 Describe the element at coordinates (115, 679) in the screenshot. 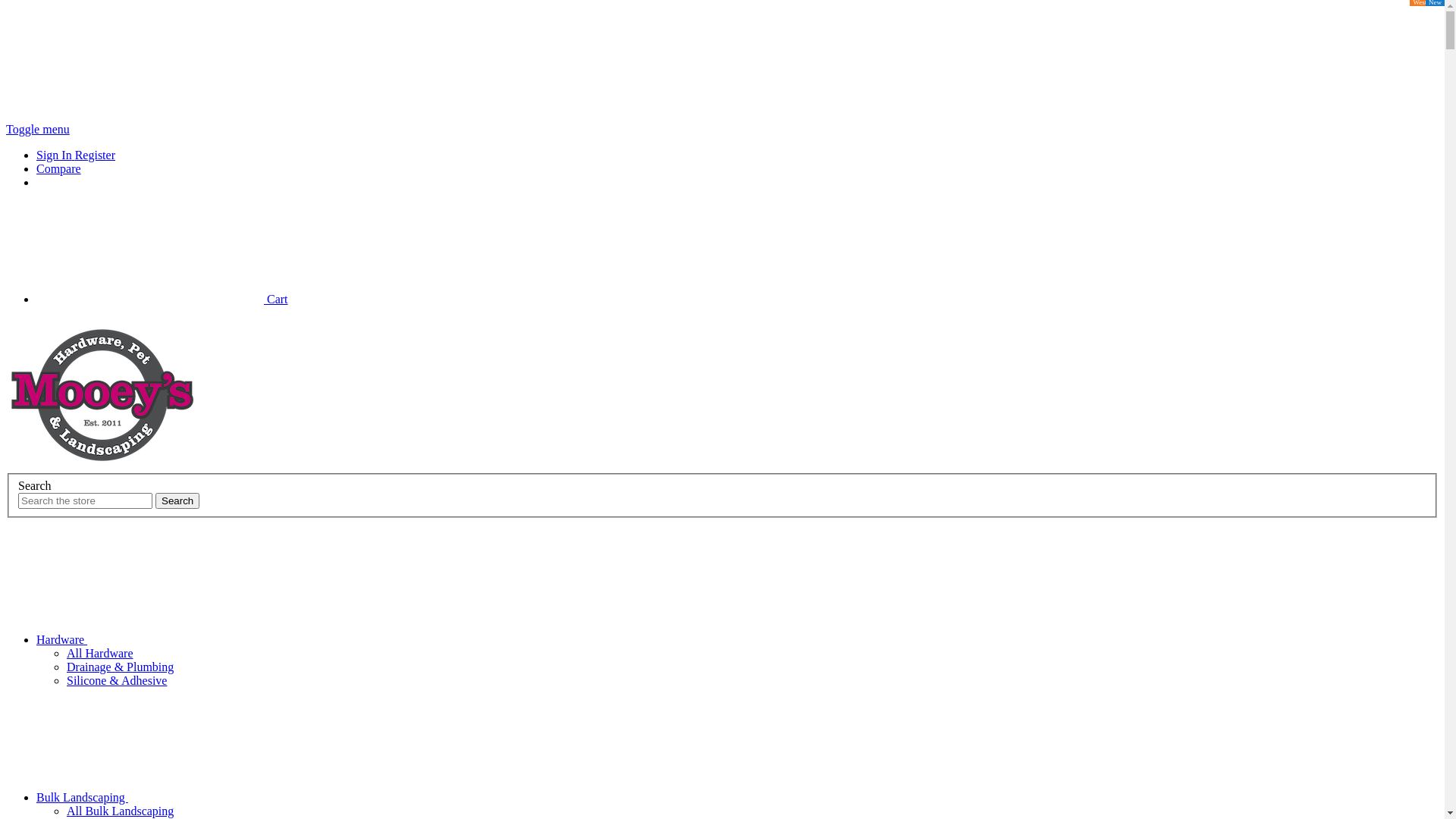

I see `'Silicone & Adhesive'` at that location.